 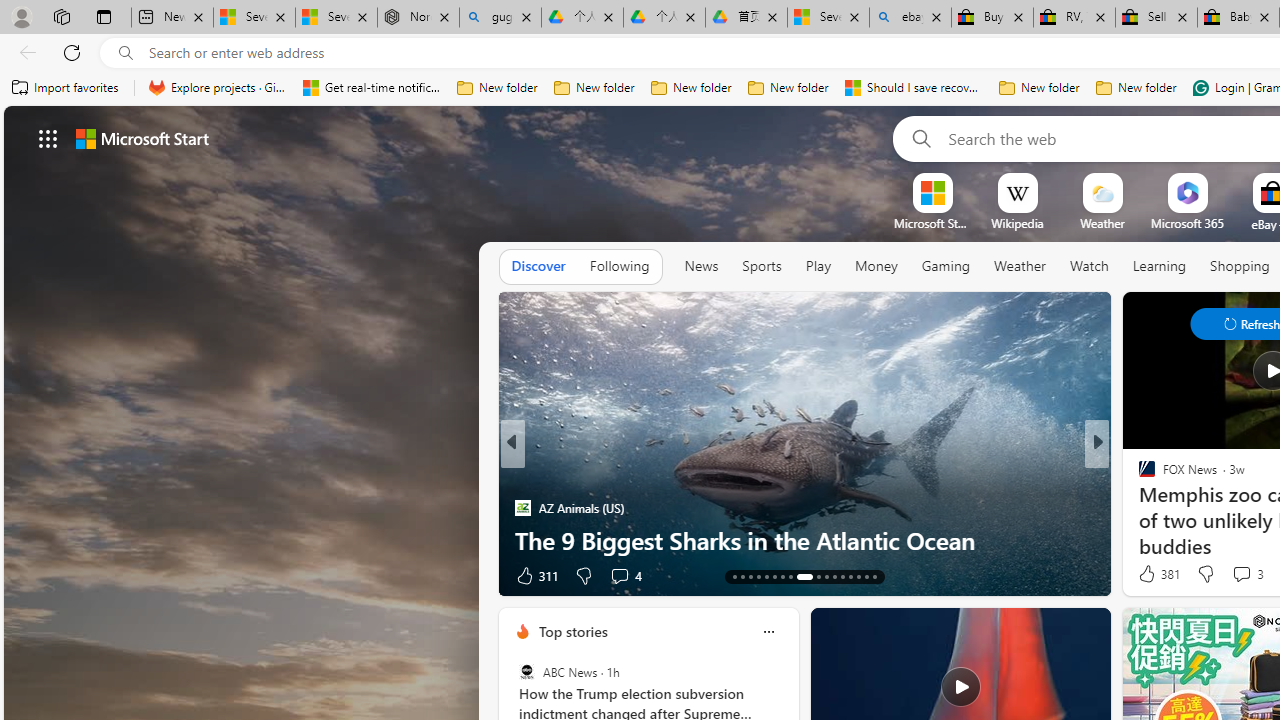 I want to click on 'Personal Profile', so click(x=21, y=16).